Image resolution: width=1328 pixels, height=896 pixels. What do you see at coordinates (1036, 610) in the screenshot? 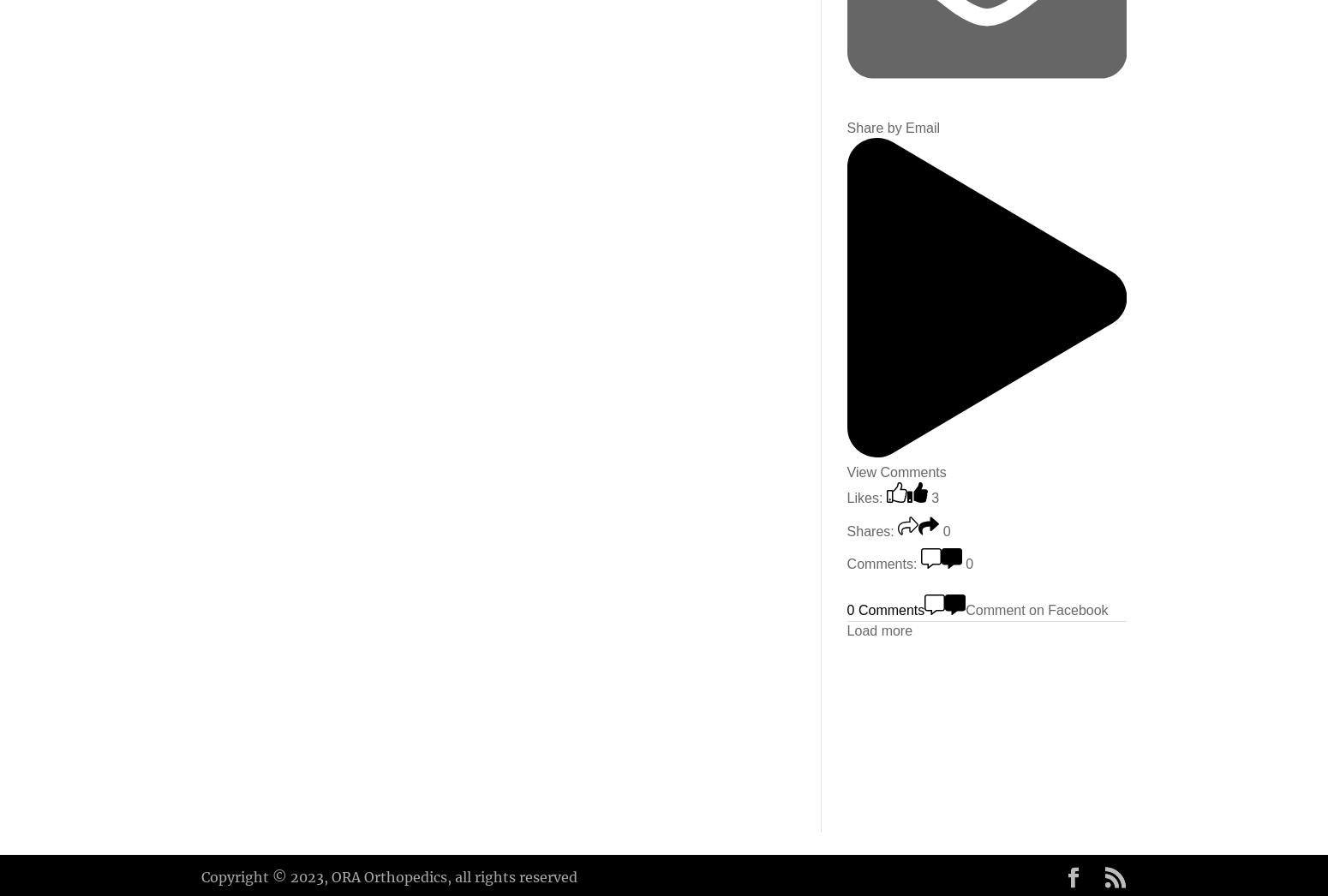
I see `'Comment on Facebook'` at bounding box center [1036, 610].